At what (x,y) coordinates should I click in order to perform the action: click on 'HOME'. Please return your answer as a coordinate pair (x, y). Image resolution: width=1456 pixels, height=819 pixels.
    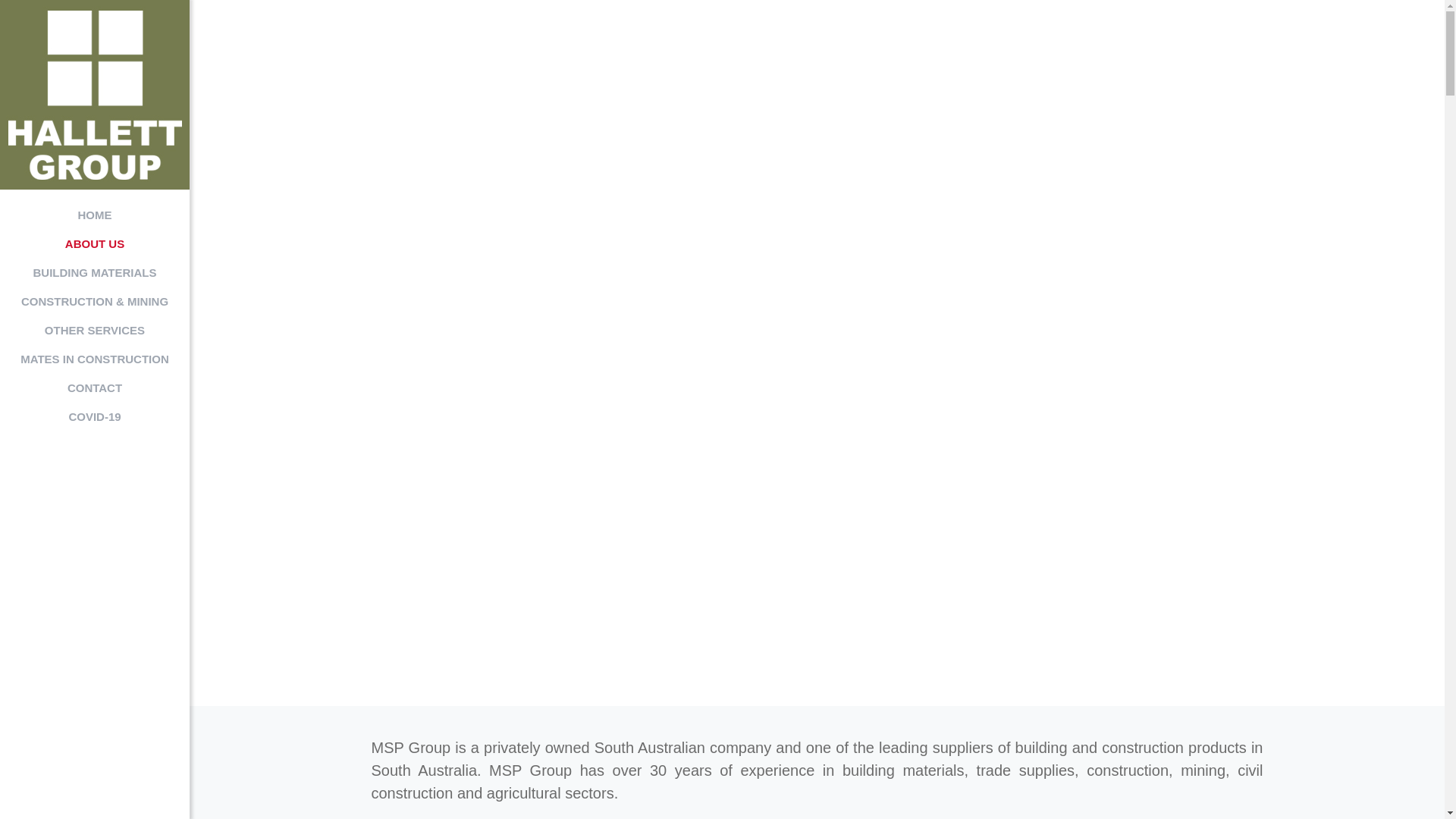
    Looking at the image, I should click on (93, 215).